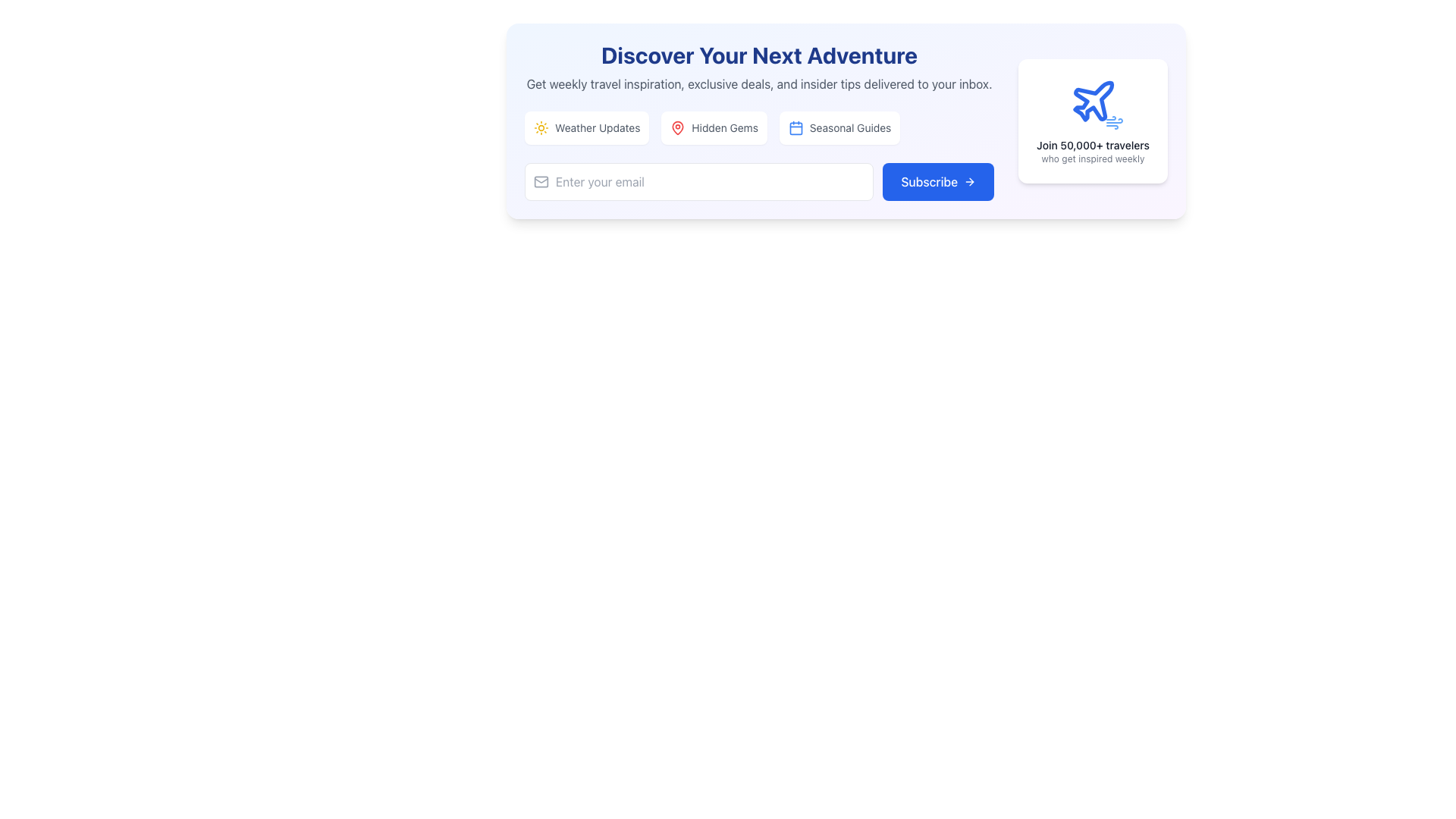  I want to click on the text block that reads 'Discover Your Next Adventure' with a bold dark blue font, positioned above the 'Weather Updates,' 'Hidden Gems,' and 'Seasonal Guides' buttons, so click(759, 66).